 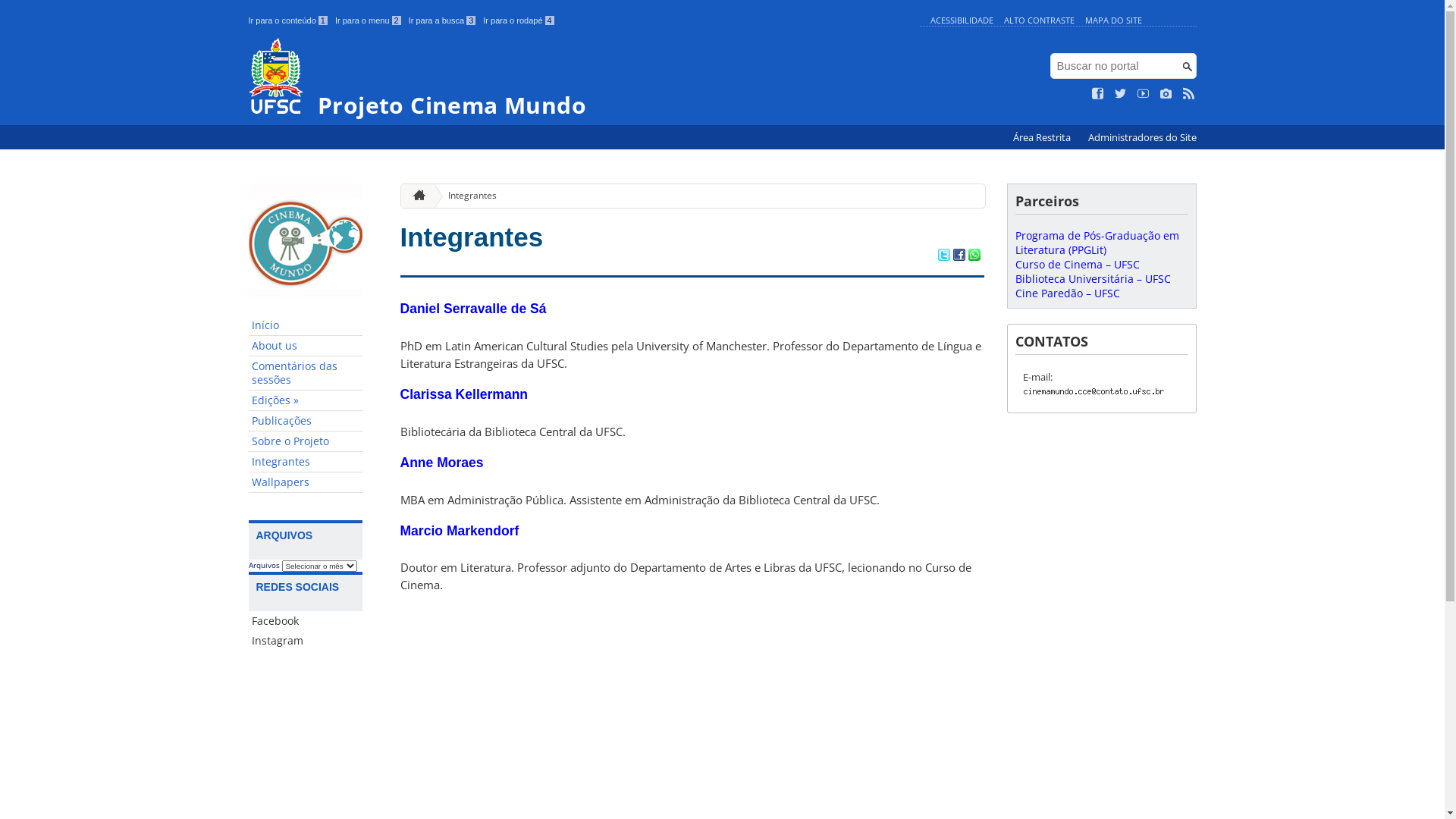 What do you see at coordinates (1112, 20) in the screenshot?
I see `'MAPA DO SITE'` at bounding box center [1112, 20].